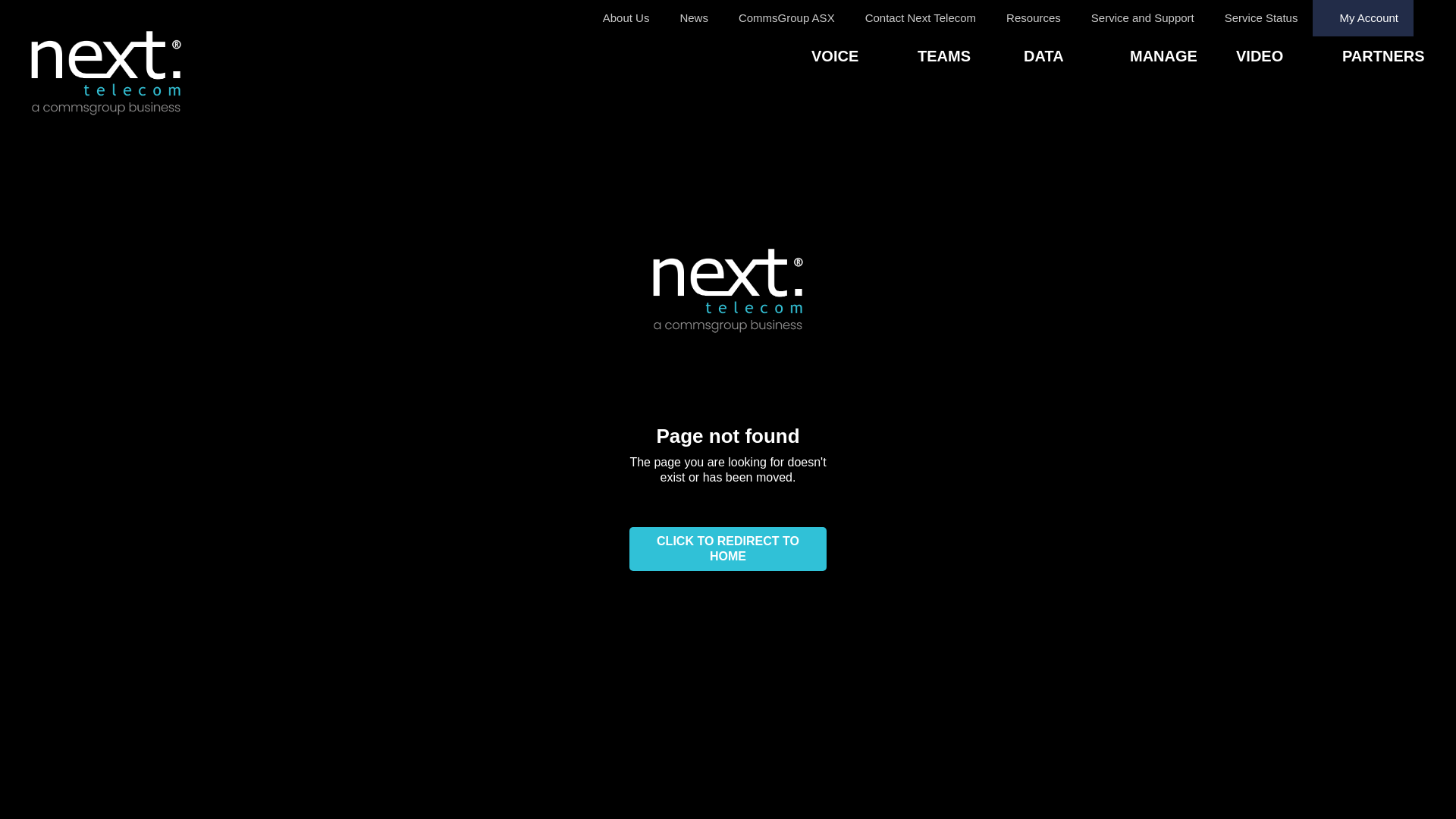  What do you see at coordinates (1076, 57) in the screenshot?
I see `'DATA'` at bounding box center [1076, 57].